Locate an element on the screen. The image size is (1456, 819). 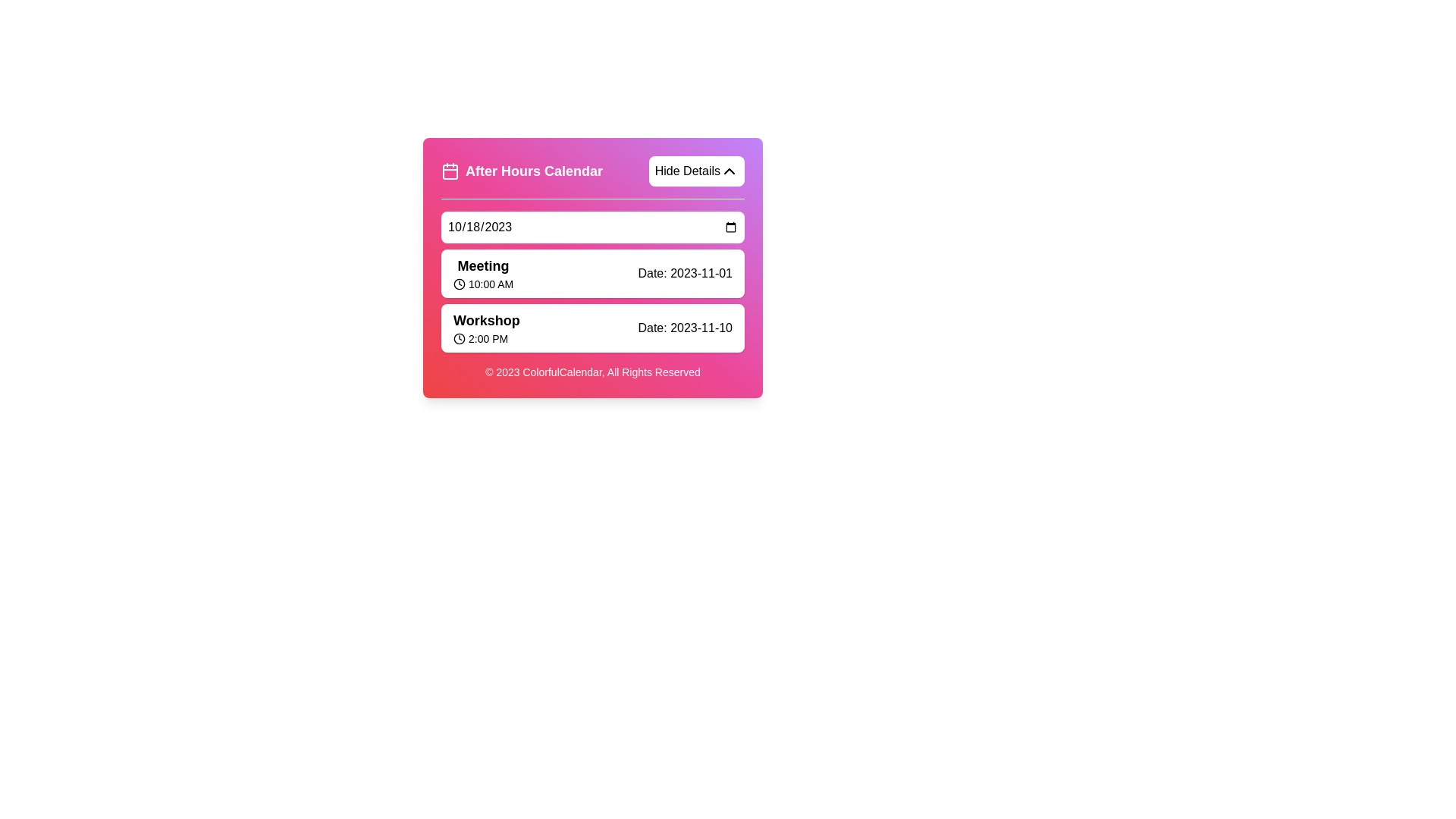
the first Information block (event details) that displays the title, time, and date of a meeting, located below the date input field and above the 'Workshop' event is located at coordinates (592, 274).